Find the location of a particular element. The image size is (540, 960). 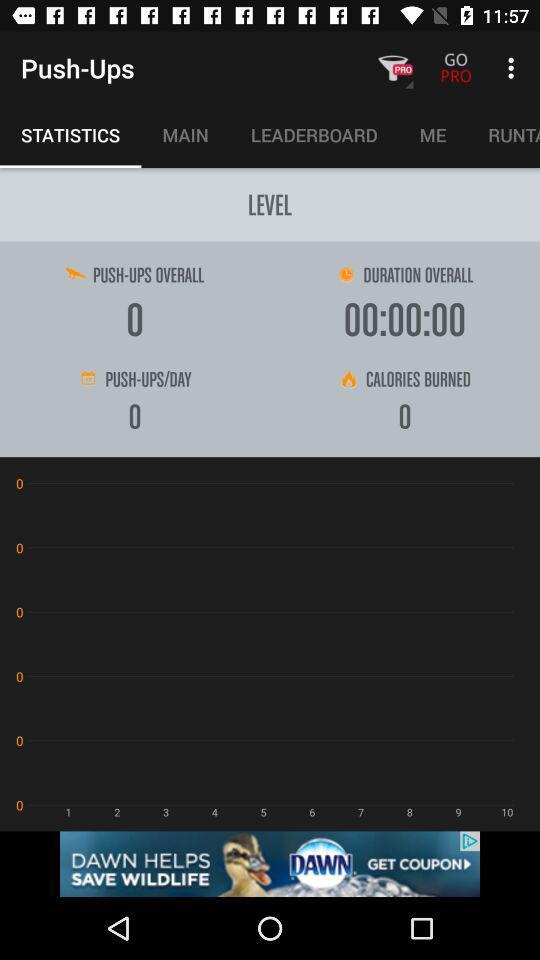

me is located at coordinates (432, 133).